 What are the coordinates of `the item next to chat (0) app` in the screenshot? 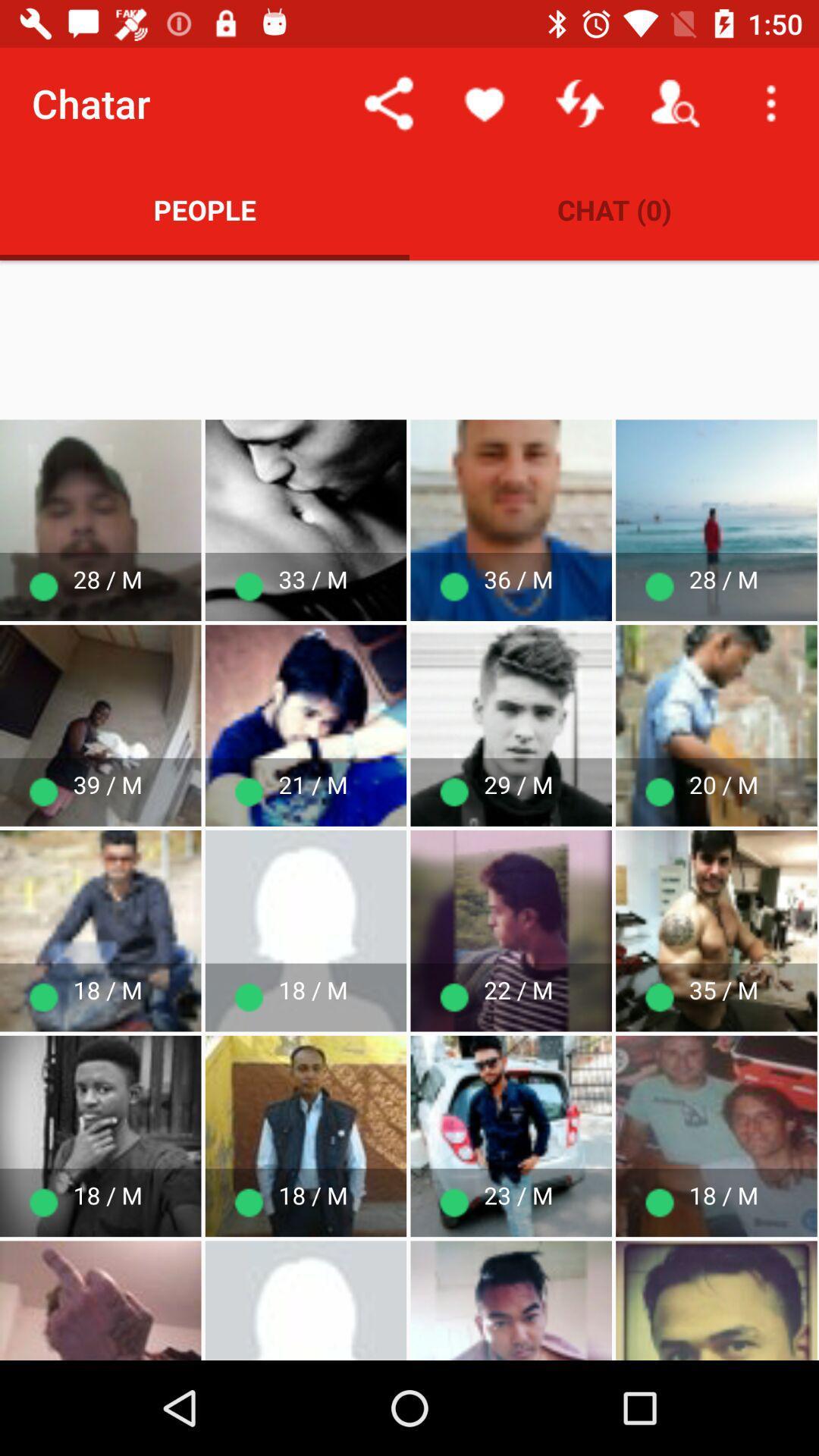 It's located at (205, 209).